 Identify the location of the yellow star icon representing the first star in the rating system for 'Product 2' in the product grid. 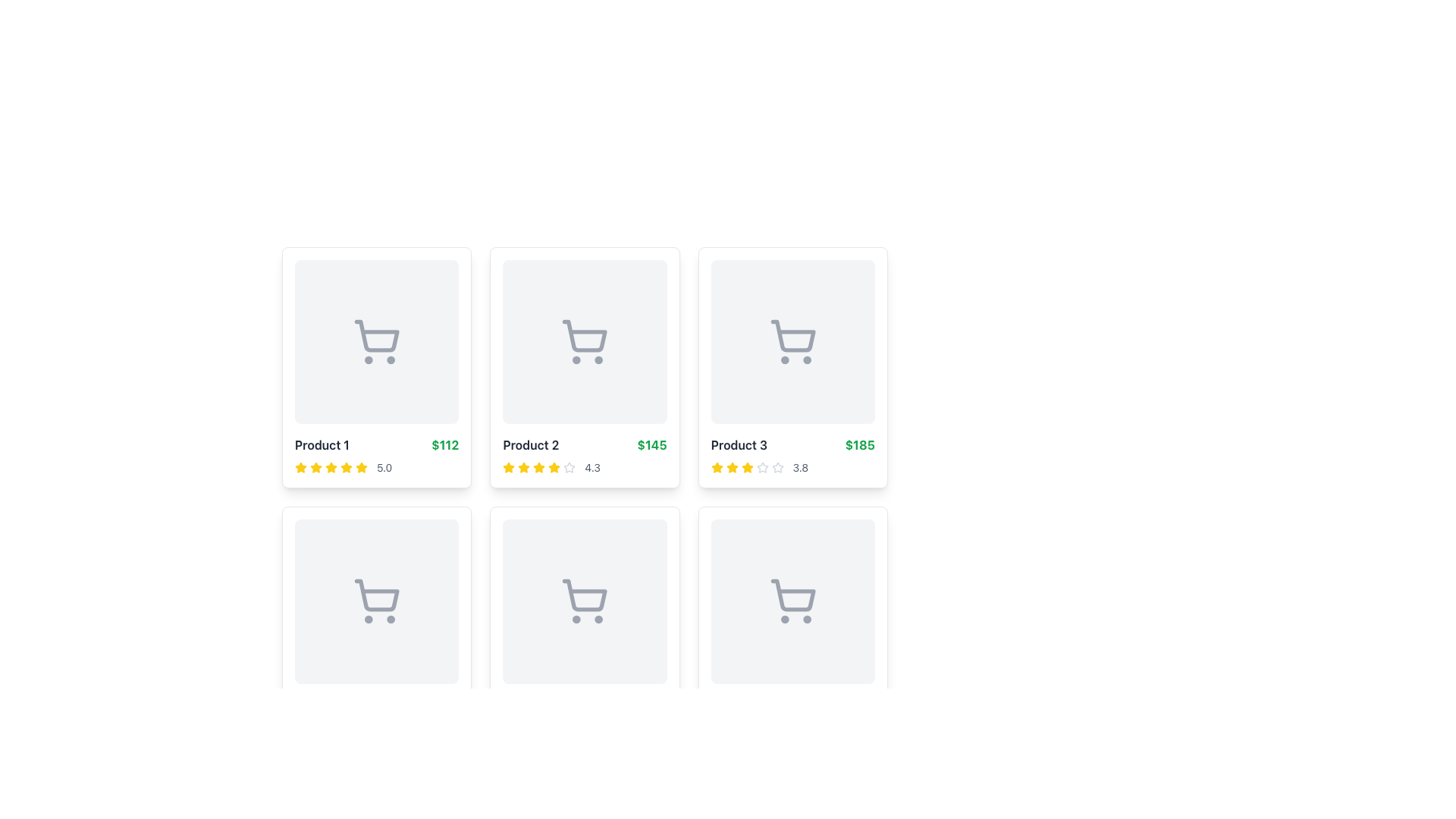
(539, 467).